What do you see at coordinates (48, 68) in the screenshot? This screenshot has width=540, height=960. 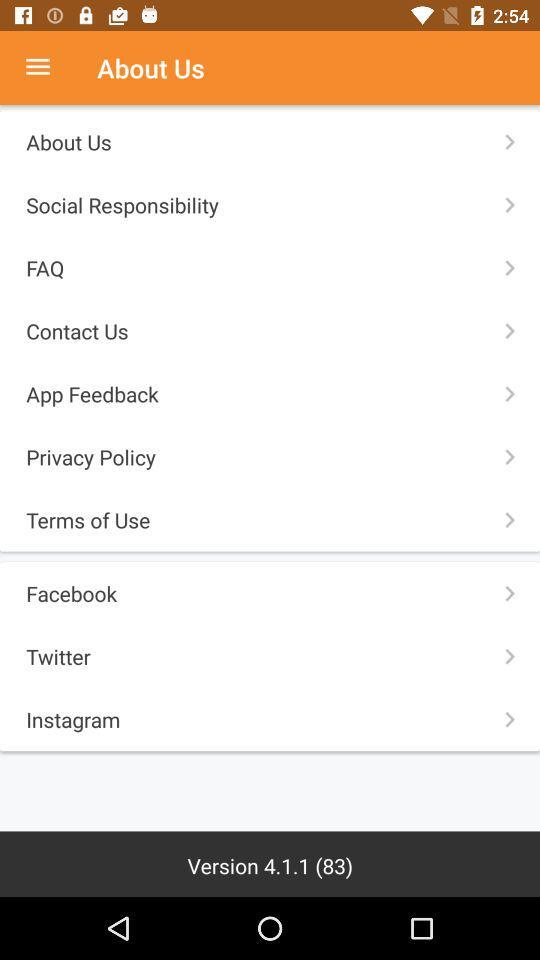 I see `more options` at bounding box center [48, 68].